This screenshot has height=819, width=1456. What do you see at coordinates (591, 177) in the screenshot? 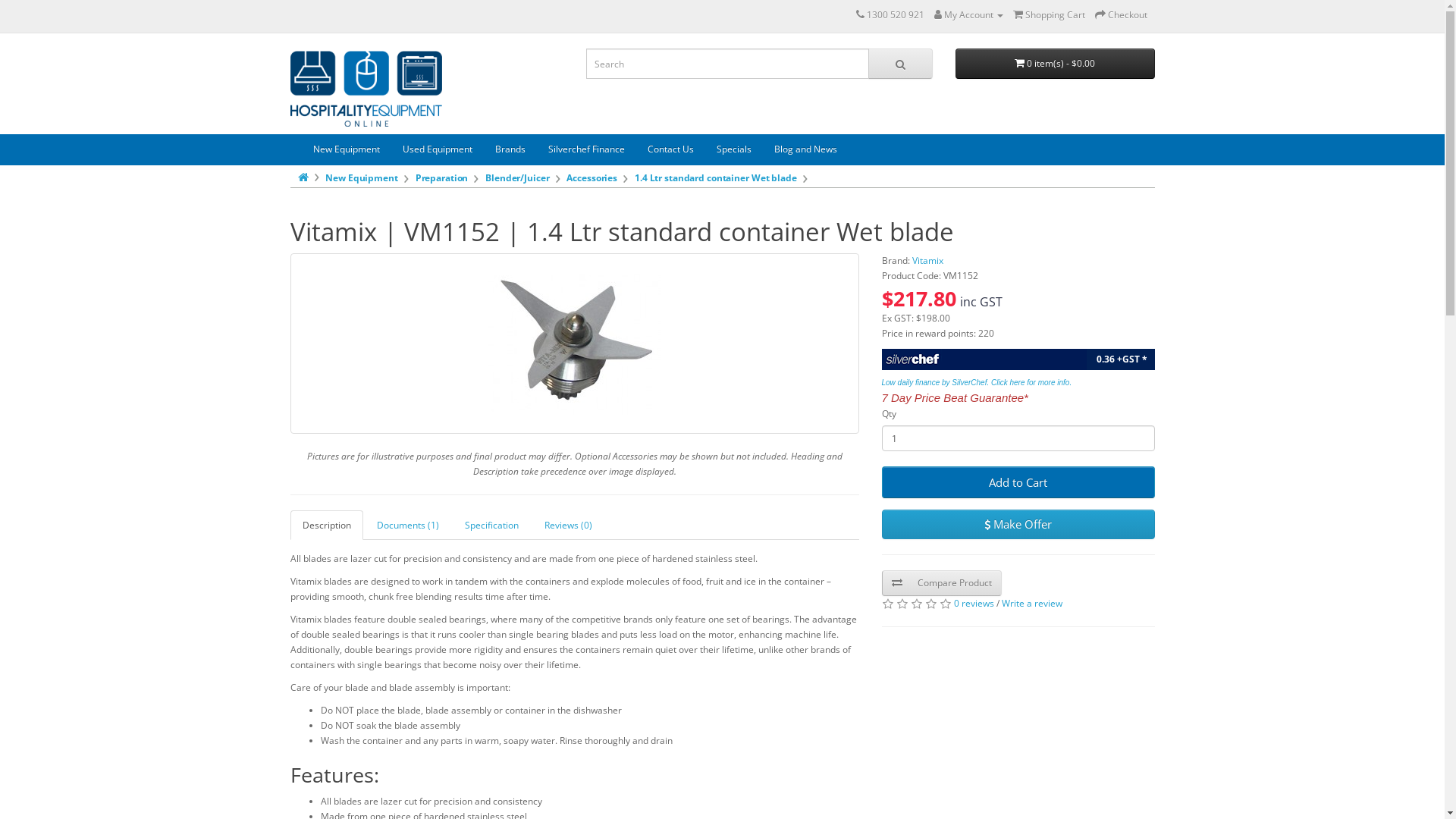
I see `'Accessories'` at bounding box center [591, 177].